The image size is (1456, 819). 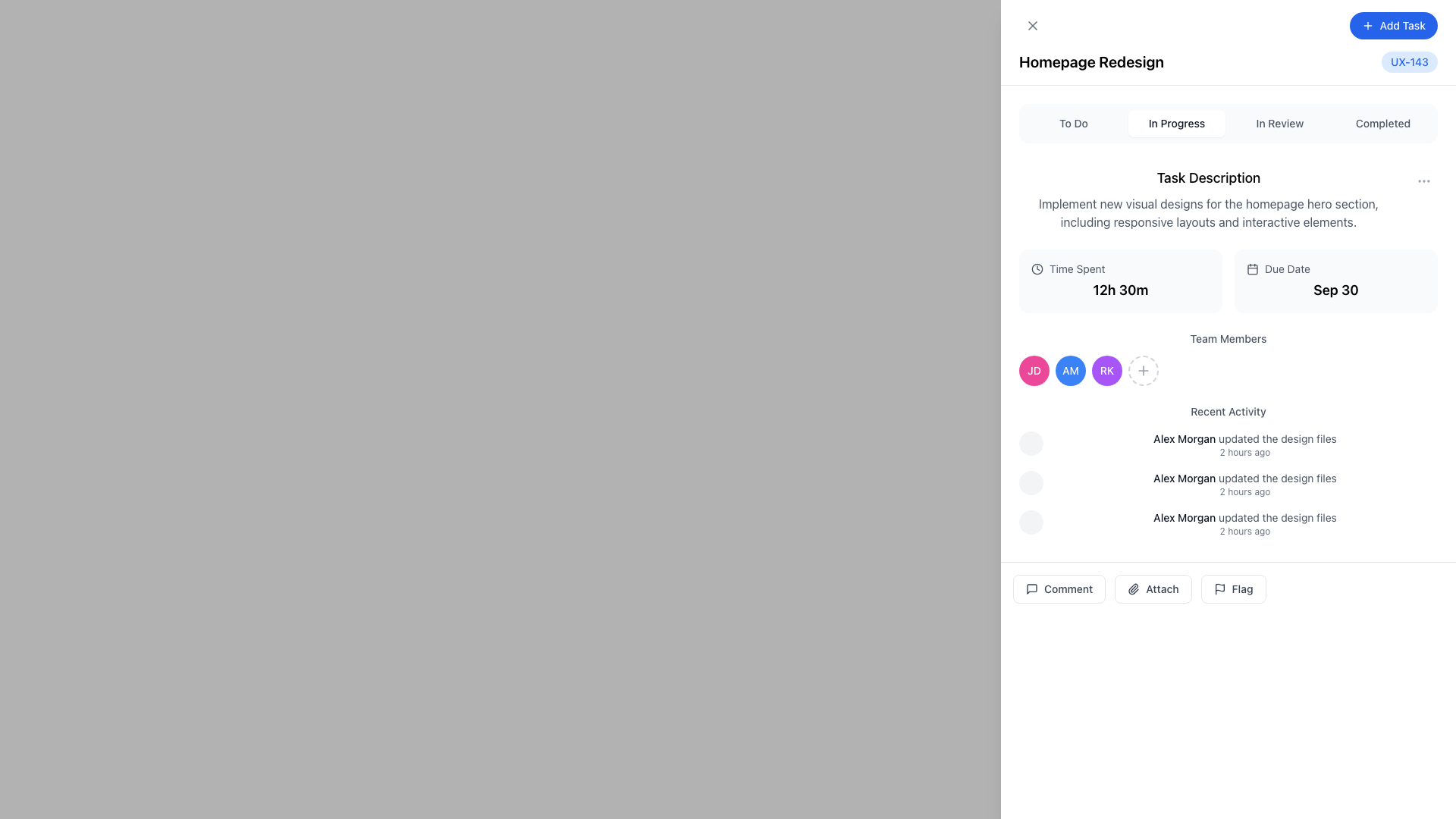 I want to click on the 'Add Task' button located in the top-right section of the interface, so click(x=1393, y=26).